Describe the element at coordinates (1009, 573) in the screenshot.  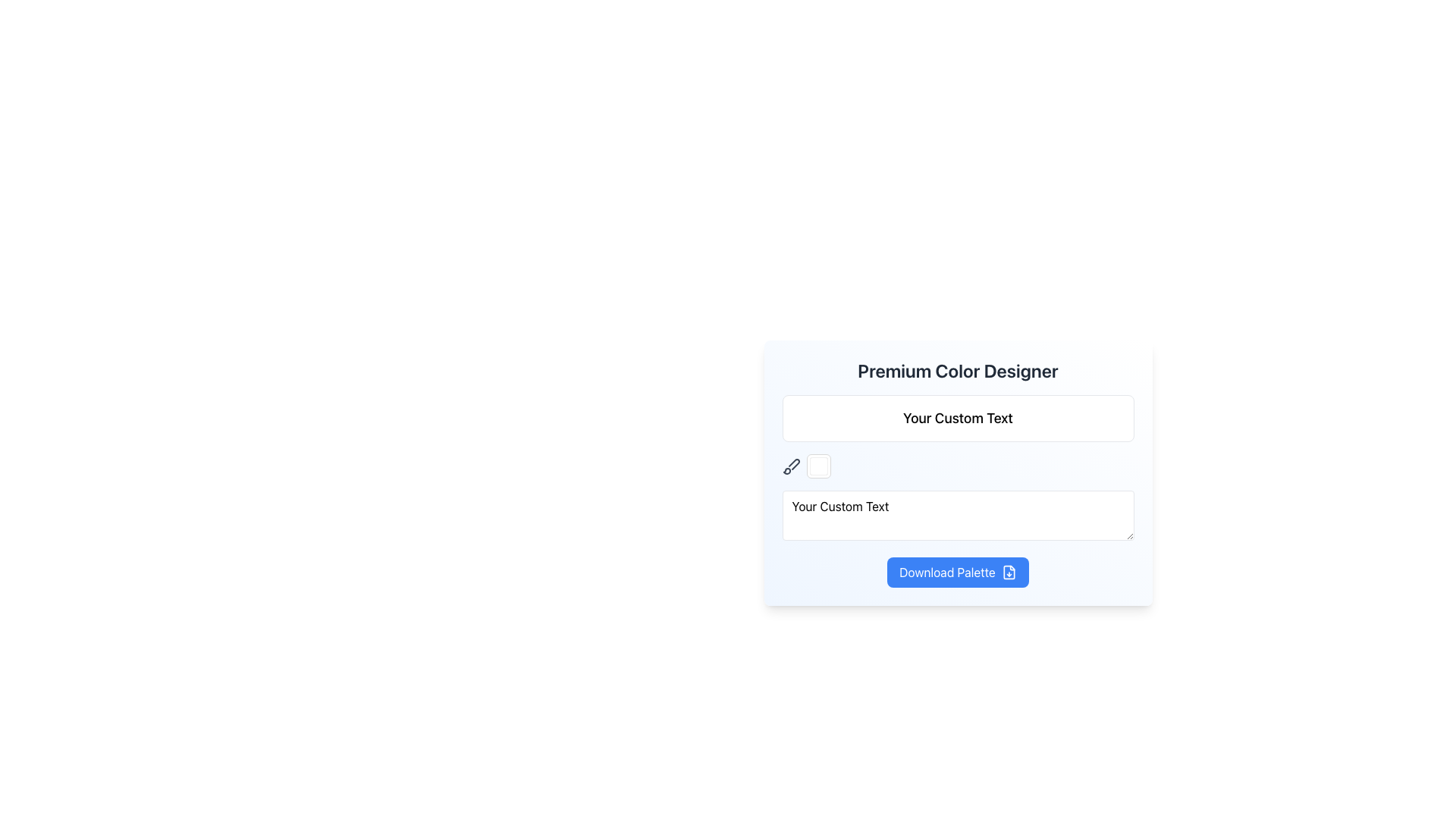
I see `the download icon located at the right end of the 'Download Palette' button on the interface card` at that location.